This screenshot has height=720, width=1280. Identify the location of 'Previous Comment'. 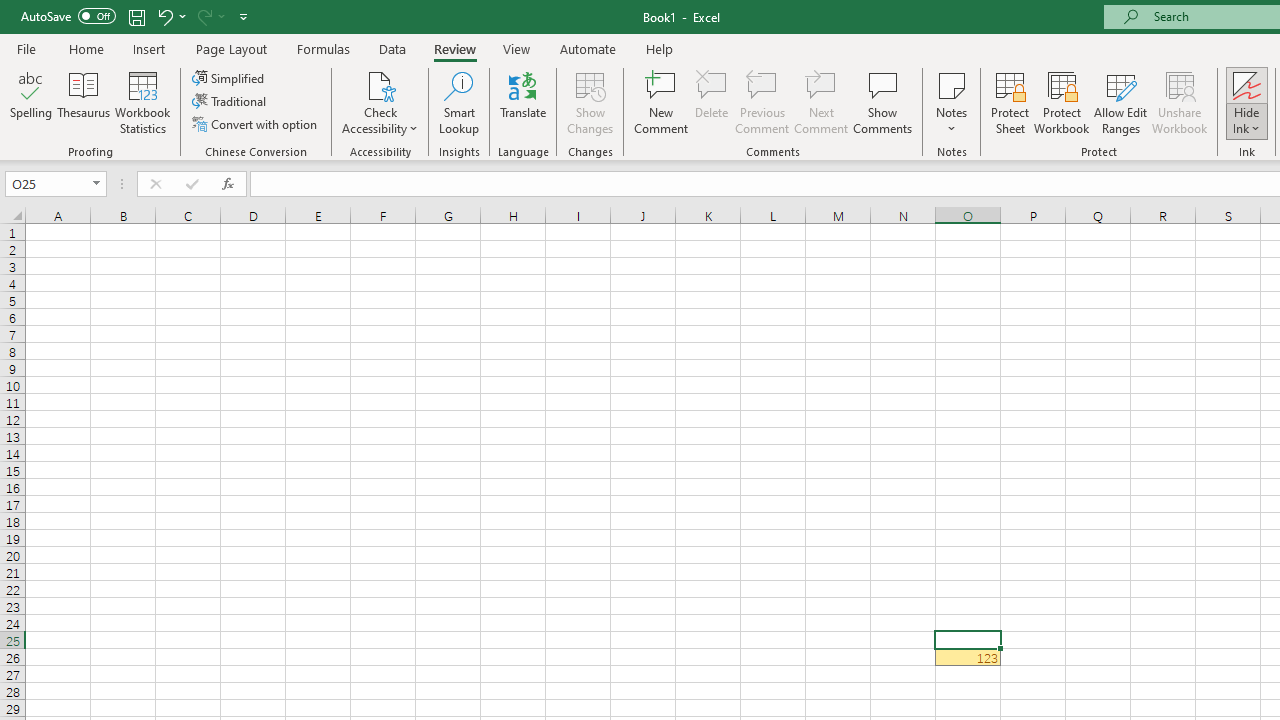
(761, 103).